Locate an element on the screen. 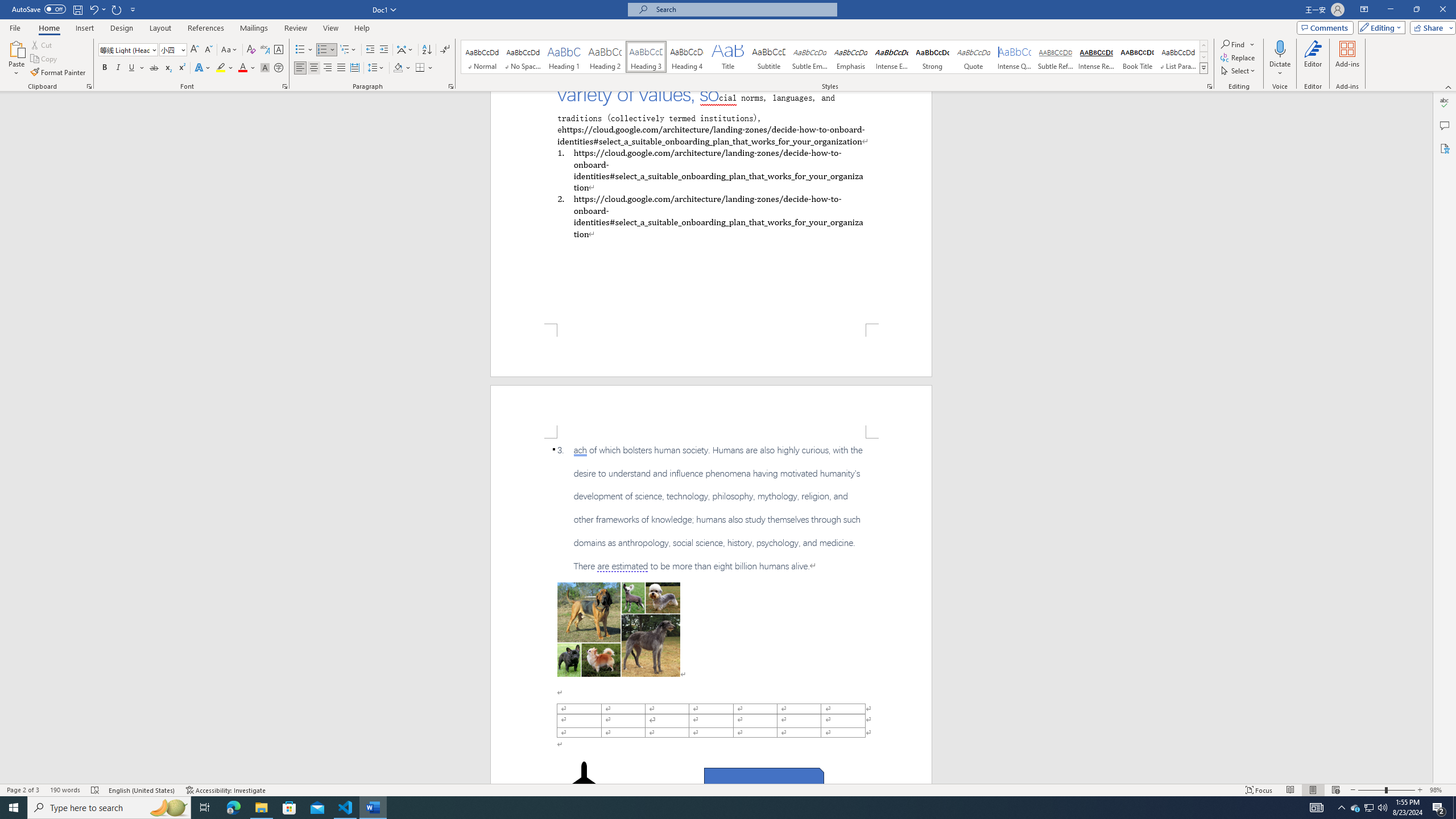  'Font Color Blue-Gray, Text 2' is located at coordinates (242, 67).